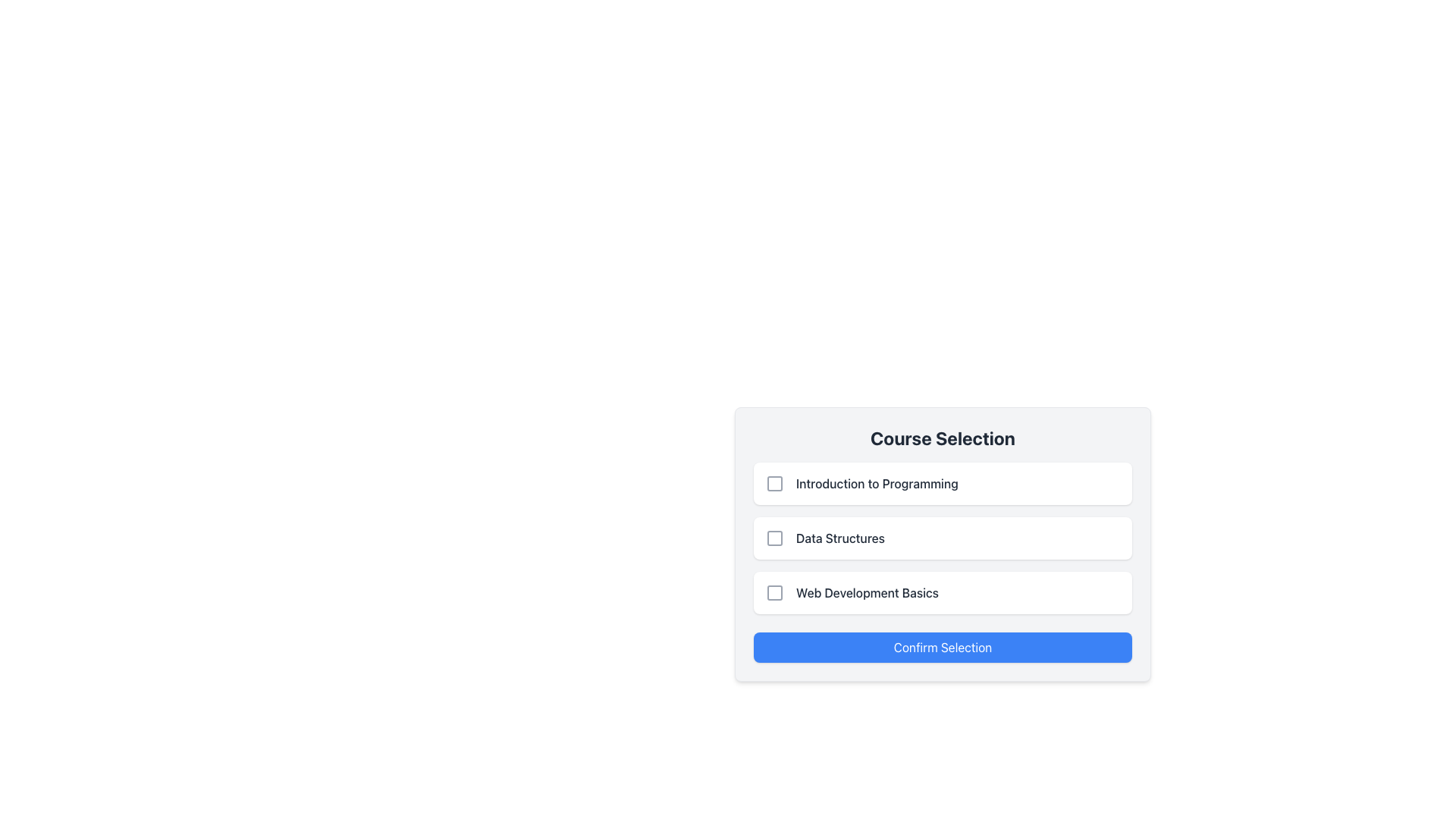 Image resolution: width=1456 pixels, height=819 pixels. I want to click on the checkboxes, so click(942, 590).